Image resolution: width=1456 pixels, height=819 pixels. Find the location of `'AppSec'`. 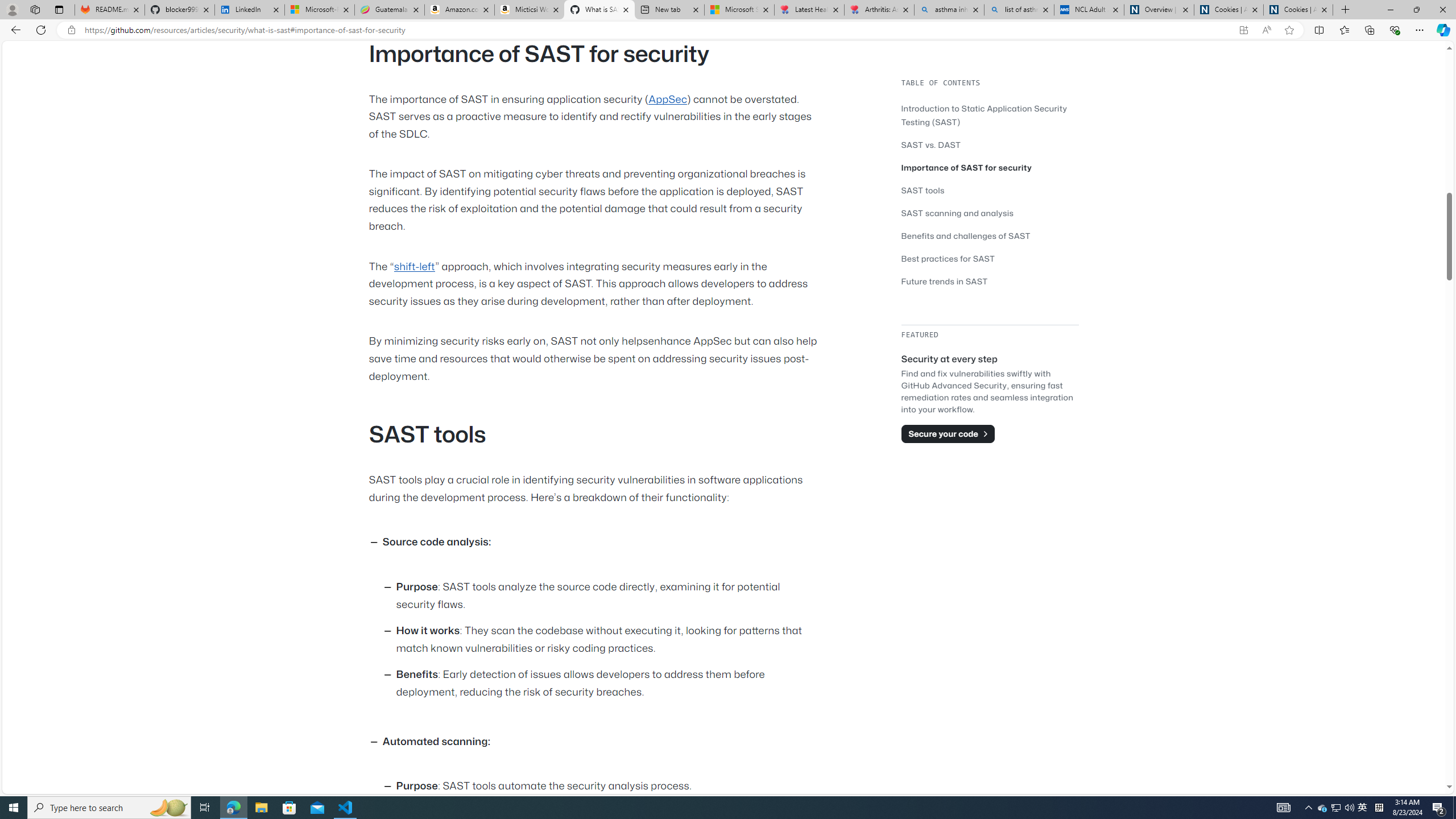

'AppSec' is located at coordinates (667, 98).